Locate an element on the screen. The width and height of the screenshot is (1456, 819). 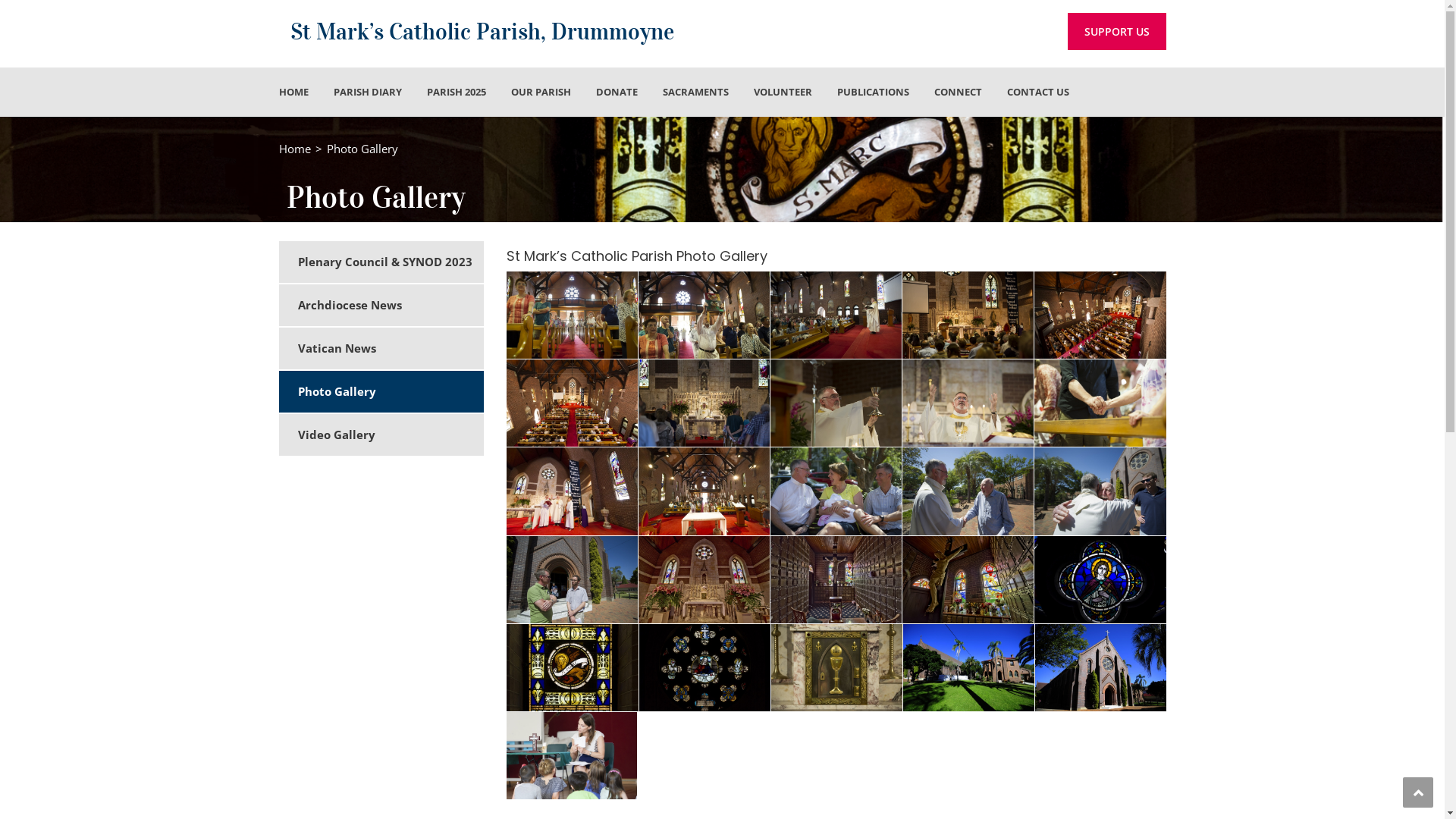
'Vatican News' is located at coordinates (390, 348).